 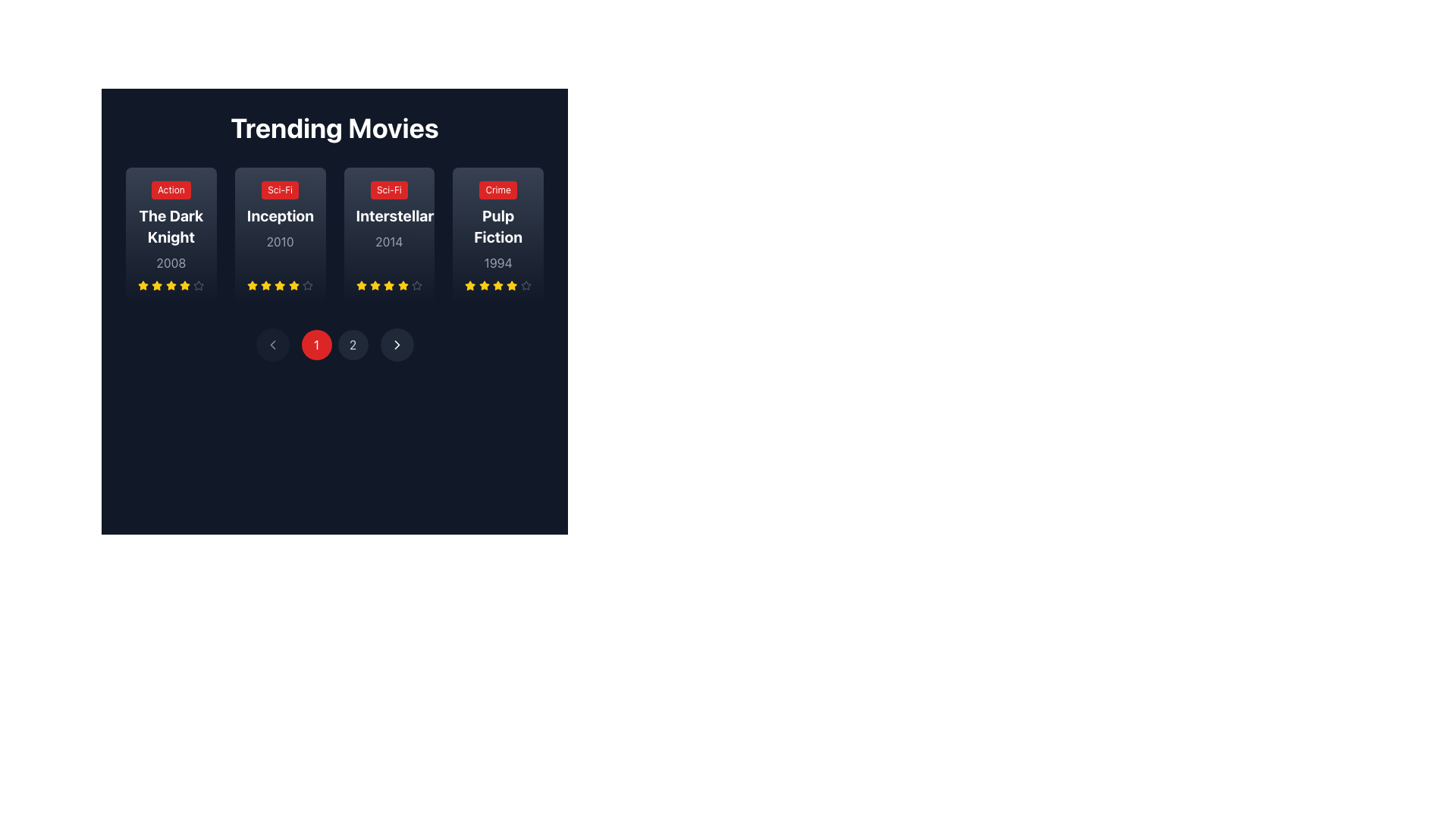 I want to click on the third star icon representing the rating level for the 'Interstellar' movie in the 'Trending Movies' section, so click(x=403, y=285).